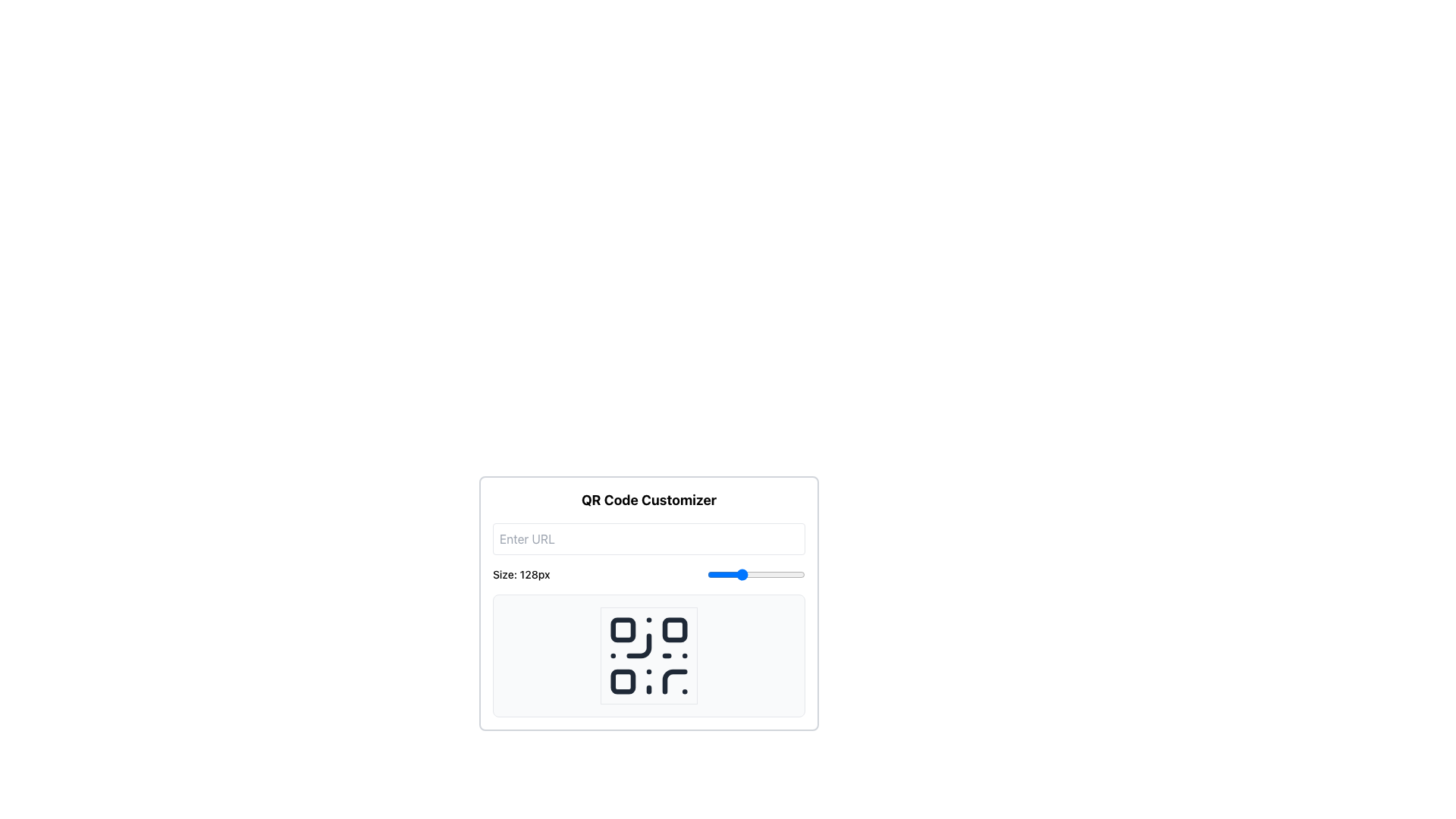 The height and width of the screenshot is (819, 1456). Describe the element at coordinates (674, 629) in the screenshot. I see `the second square block in the top row of the QR code, which is located to the right of another similar square block` at that location.